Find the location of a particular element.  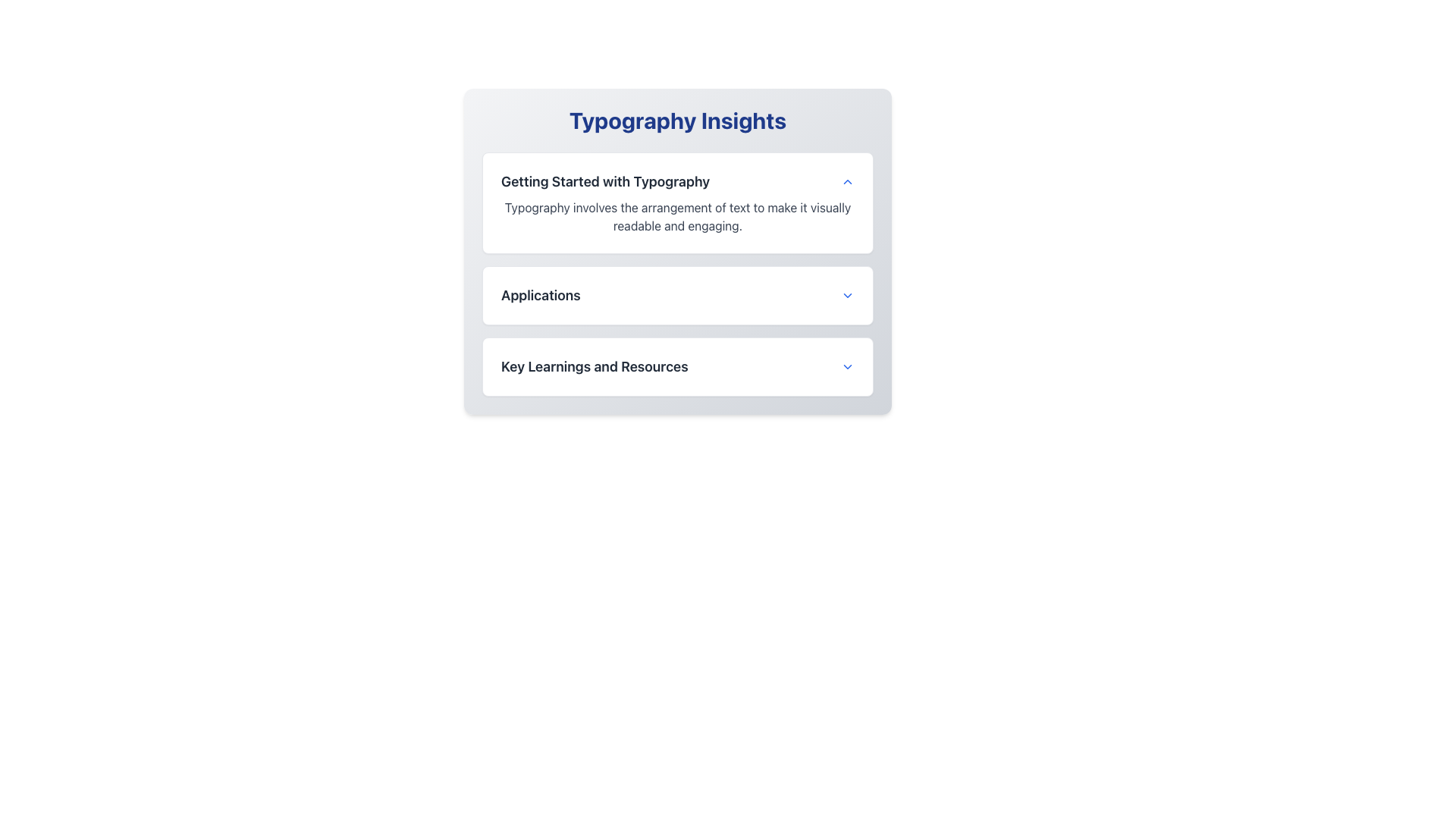

the icon-based toggle button located at the right end of the section header bar titled 'Getting Started with Typography' is located at coordinates (847, 180).